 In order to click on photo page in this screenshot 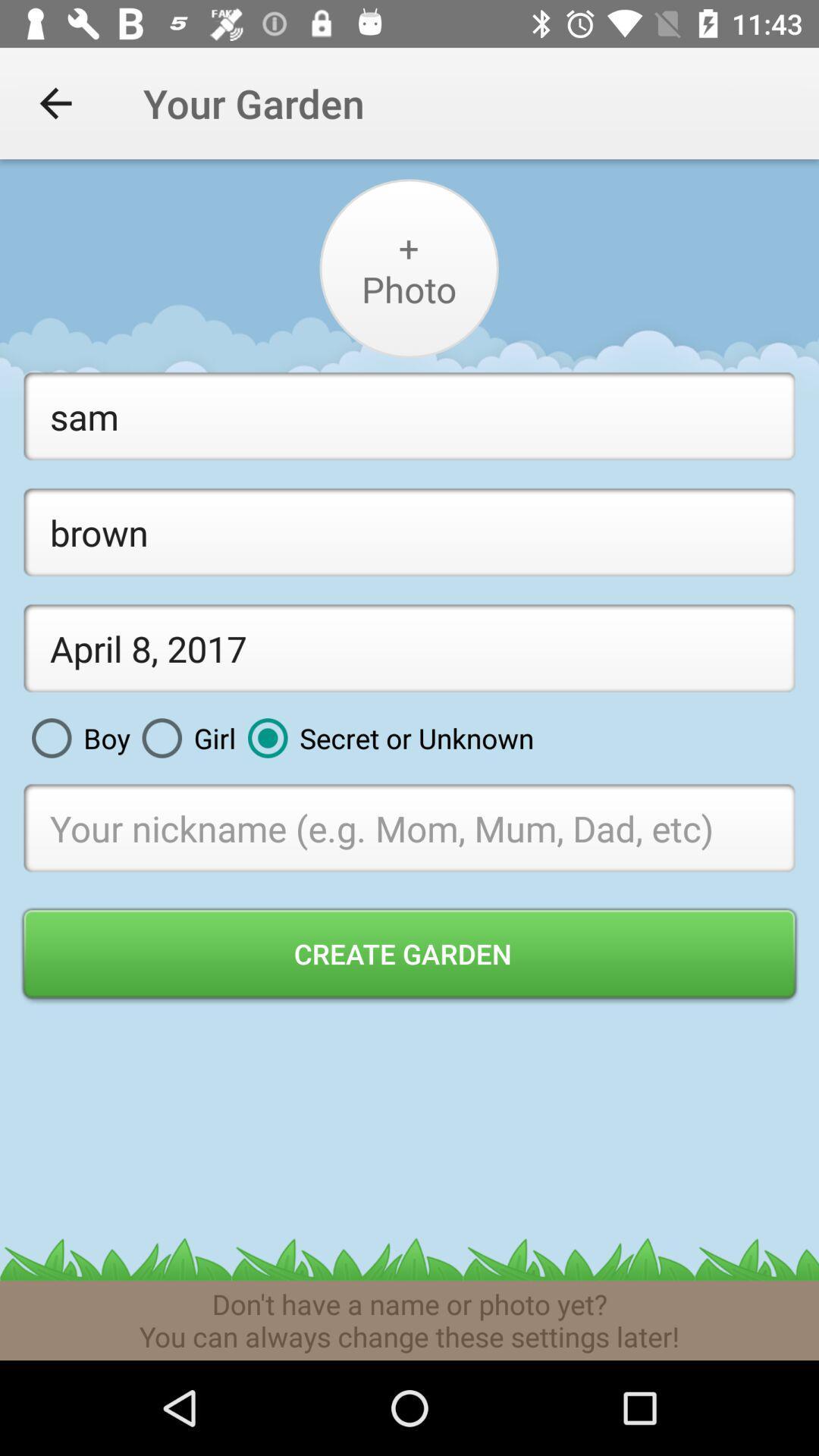, I will do `click(408, 268)`.